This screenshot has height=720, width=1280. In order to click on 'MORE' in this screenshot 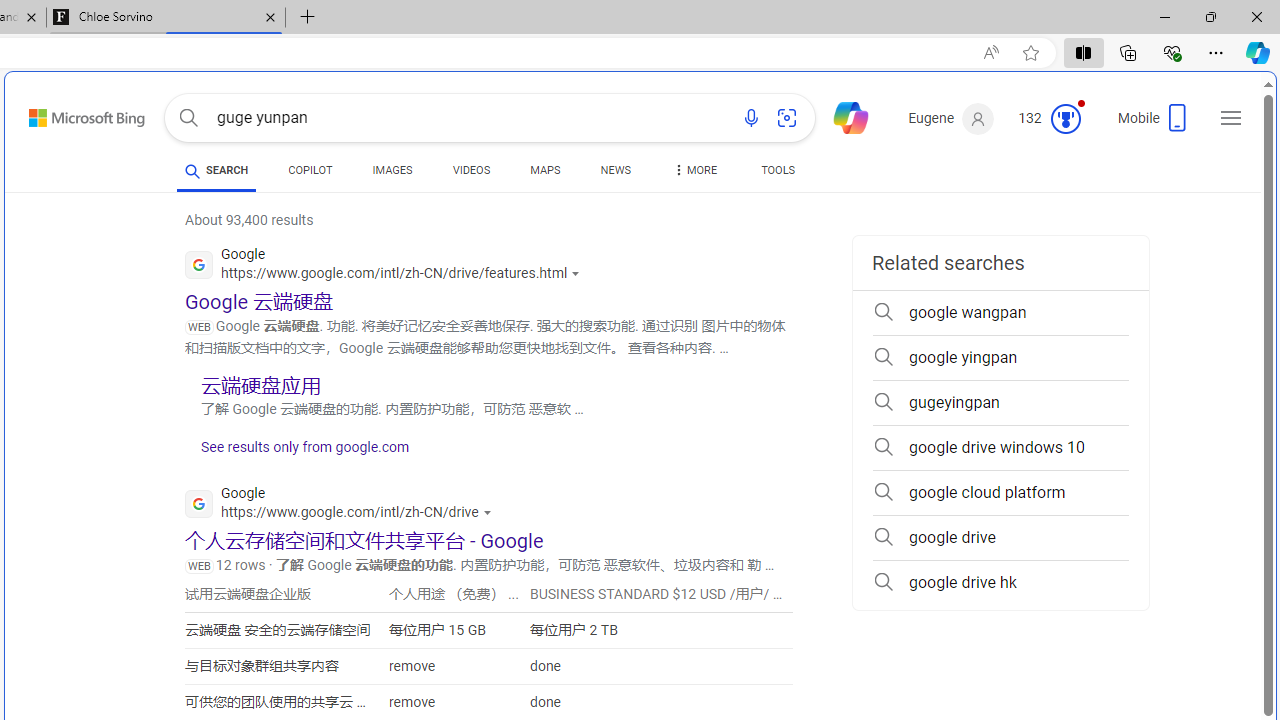, I will do `click(693, 172)`.